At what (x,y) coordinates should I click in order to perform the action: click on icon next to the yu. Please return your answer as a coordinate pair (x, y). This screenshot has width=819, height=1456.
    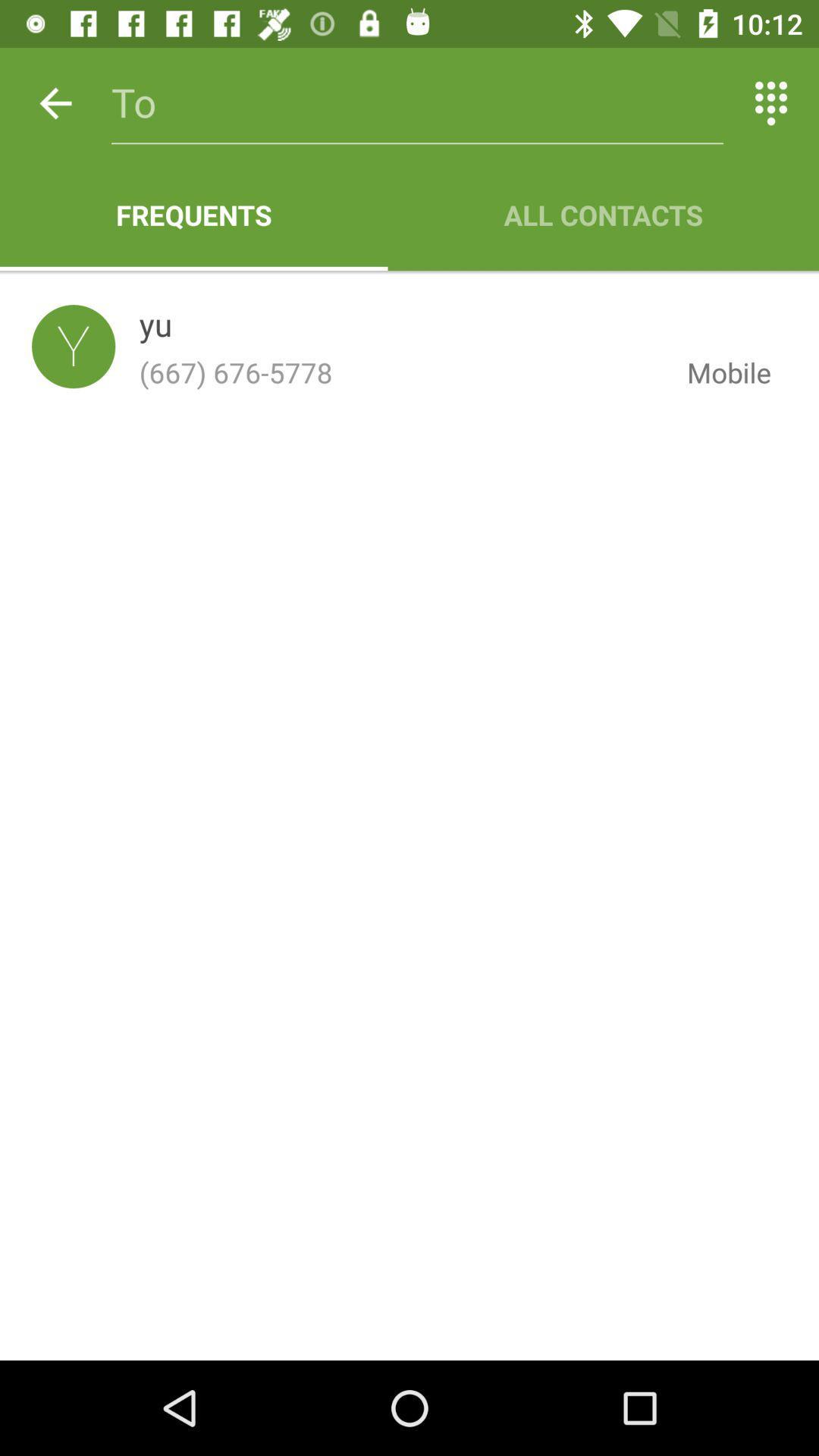
    Looking at the image, I should click on (74, 346).